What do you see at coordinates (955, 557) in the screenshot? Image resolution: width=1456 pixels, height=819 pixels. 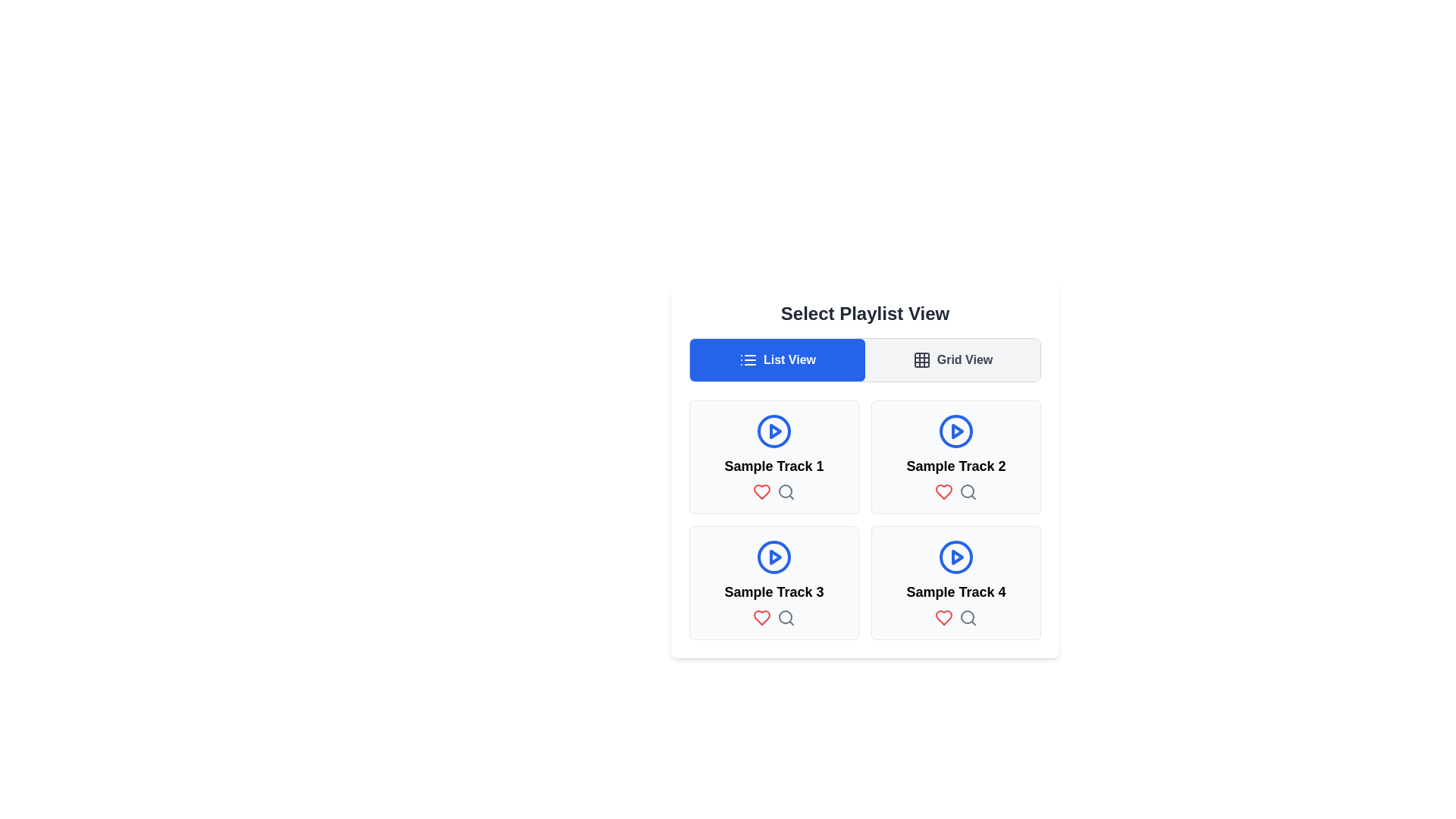 I see `the circular outline within the play button icon for 'Sample Track 4' to initiate the associated action` at bounding box center [955, 557].